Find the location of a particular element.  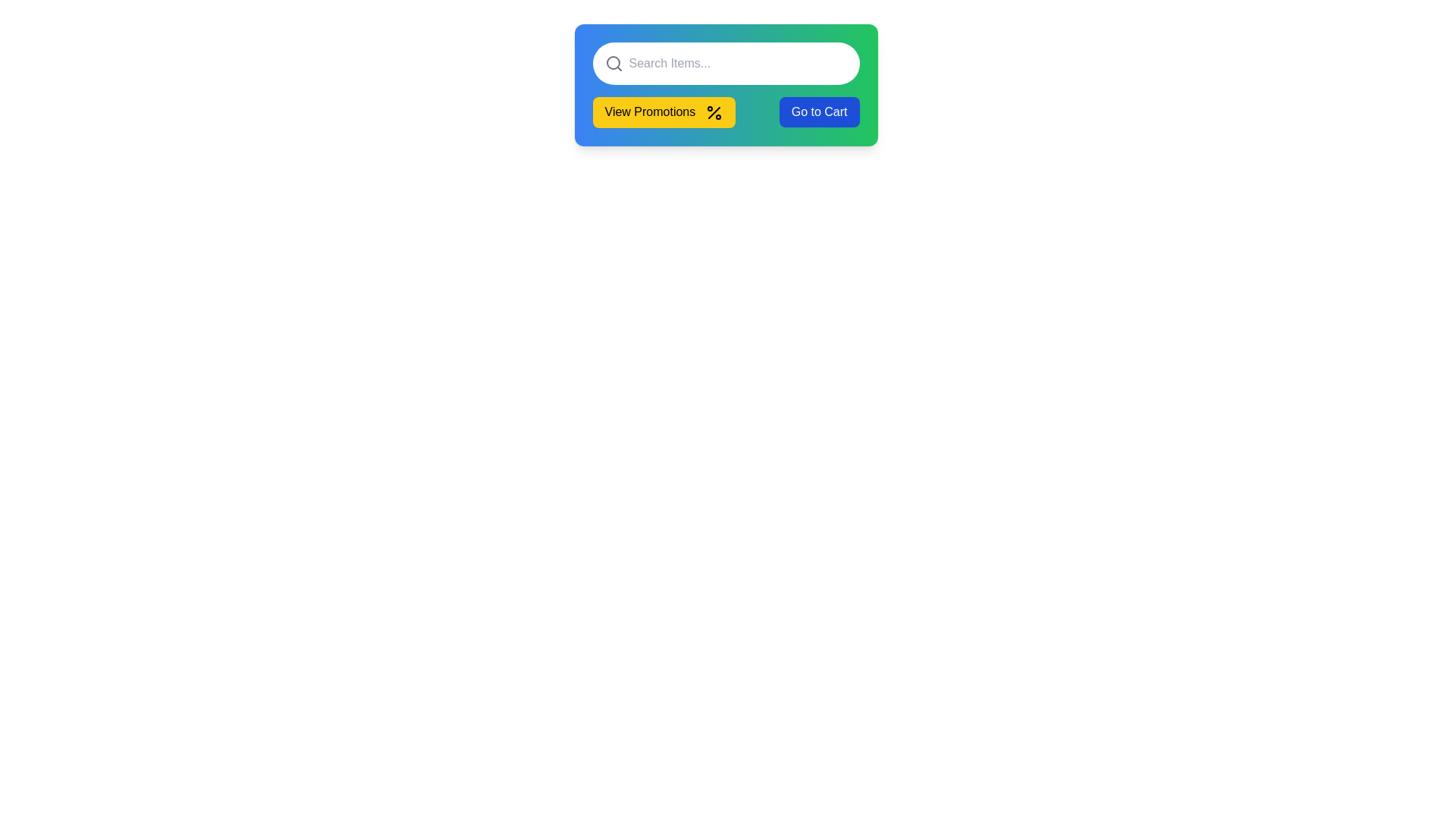

the yellow 'View Promotions' button with a percentage icon is located at coordinates (725, 111).